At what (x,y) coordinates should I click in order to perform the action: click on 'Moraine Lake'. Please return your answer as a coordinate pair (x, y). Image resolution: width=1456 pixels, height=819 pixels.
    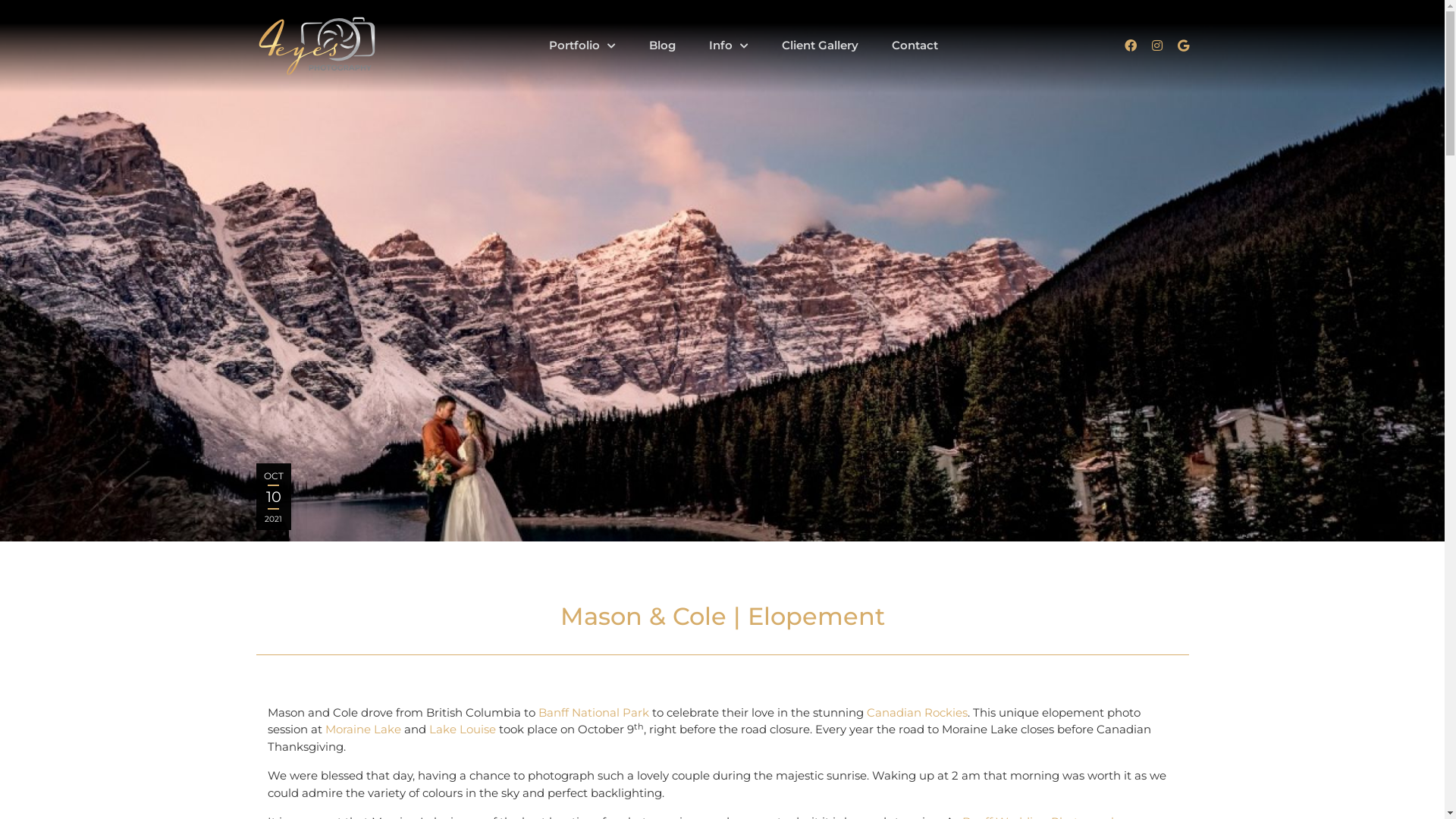
    Looking at the image, I should click on (362, 728).